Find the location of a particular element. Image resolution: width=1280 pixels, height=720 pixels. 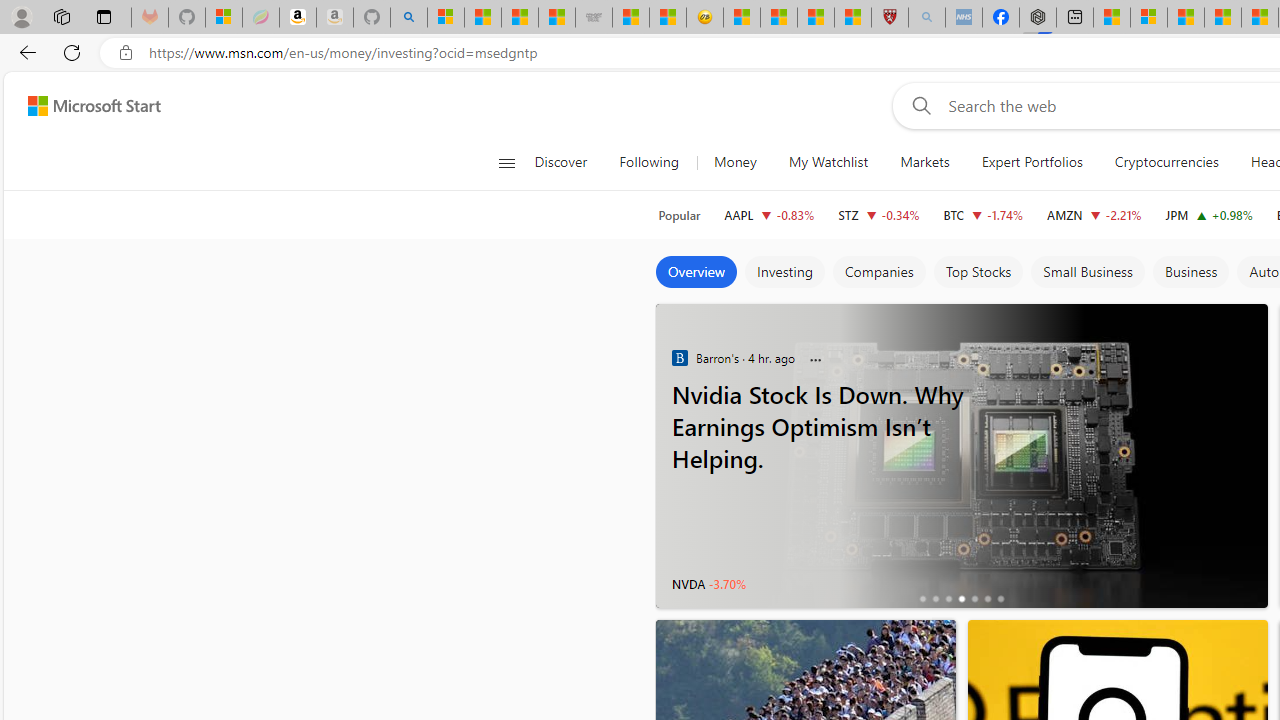

'Small Business' is located at coordinates (1087, 272).